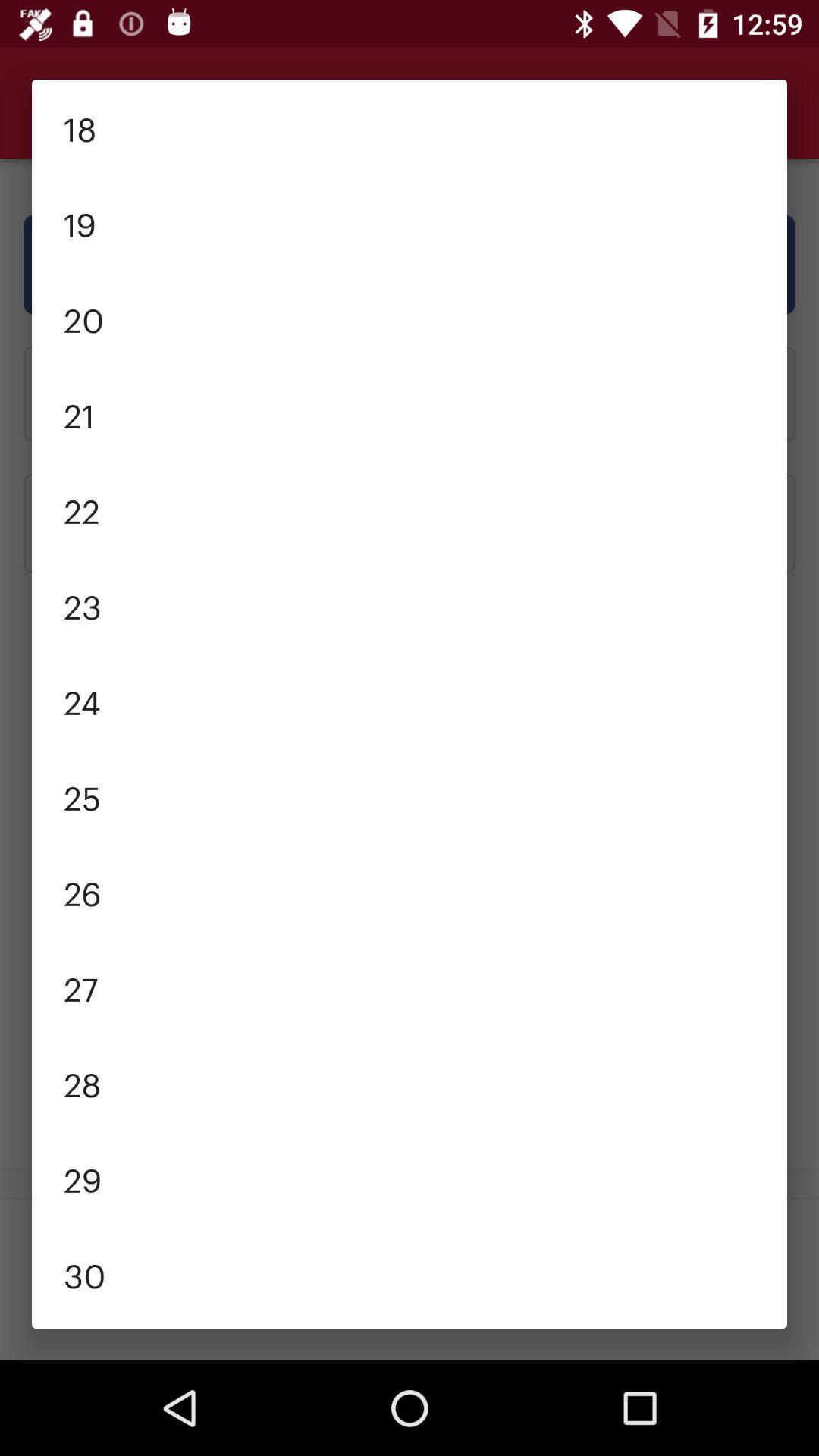 This screenshot has height=1456, width=819. What do you see at coordinates (409, 1274) in the screenshot?
I see `30 item` at bounding box center [409, 1274].